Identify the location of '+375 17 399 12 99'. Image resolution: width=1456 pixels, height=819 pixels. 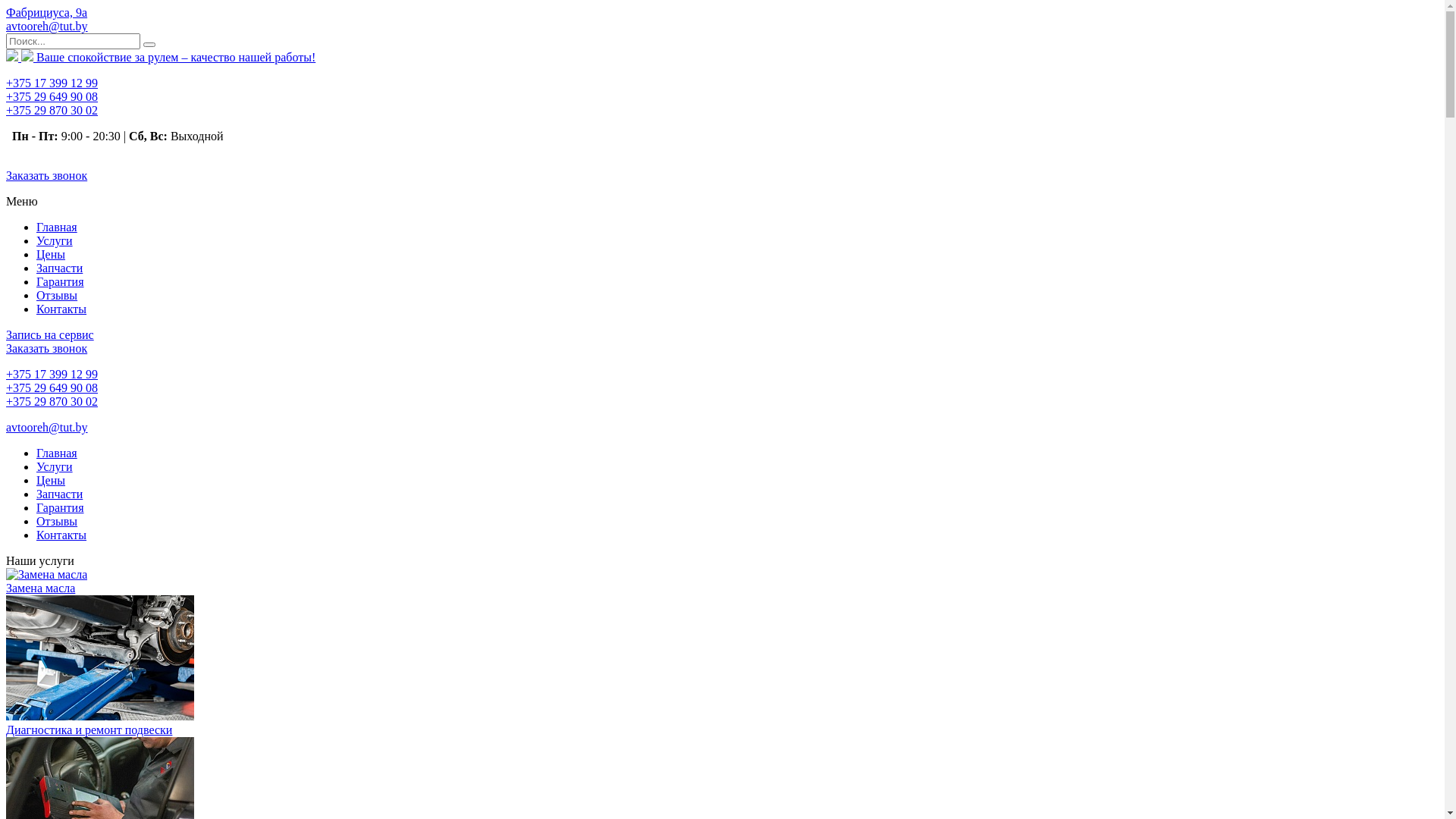
(52, 374).